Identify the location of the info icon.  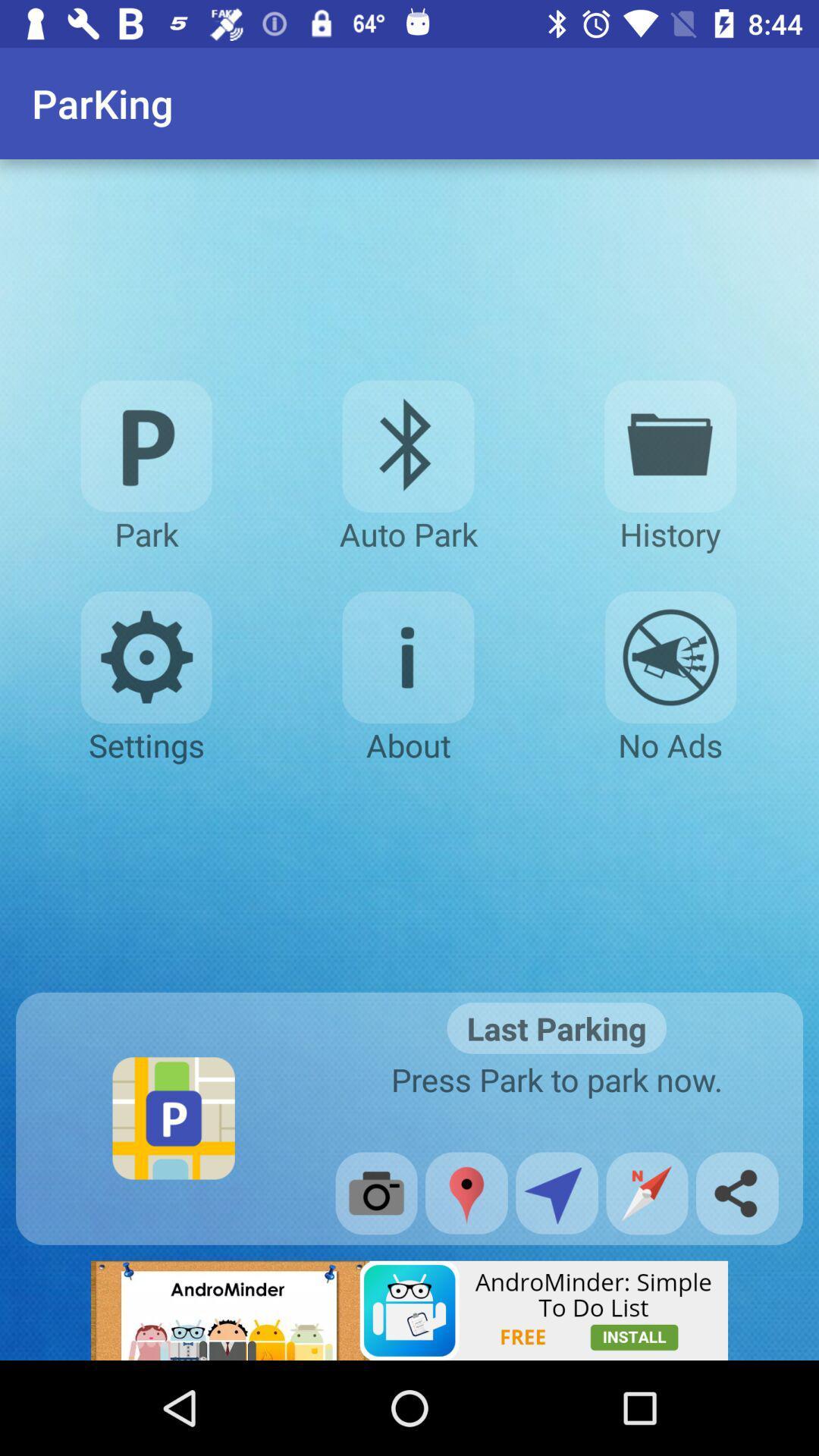
(407, 657).